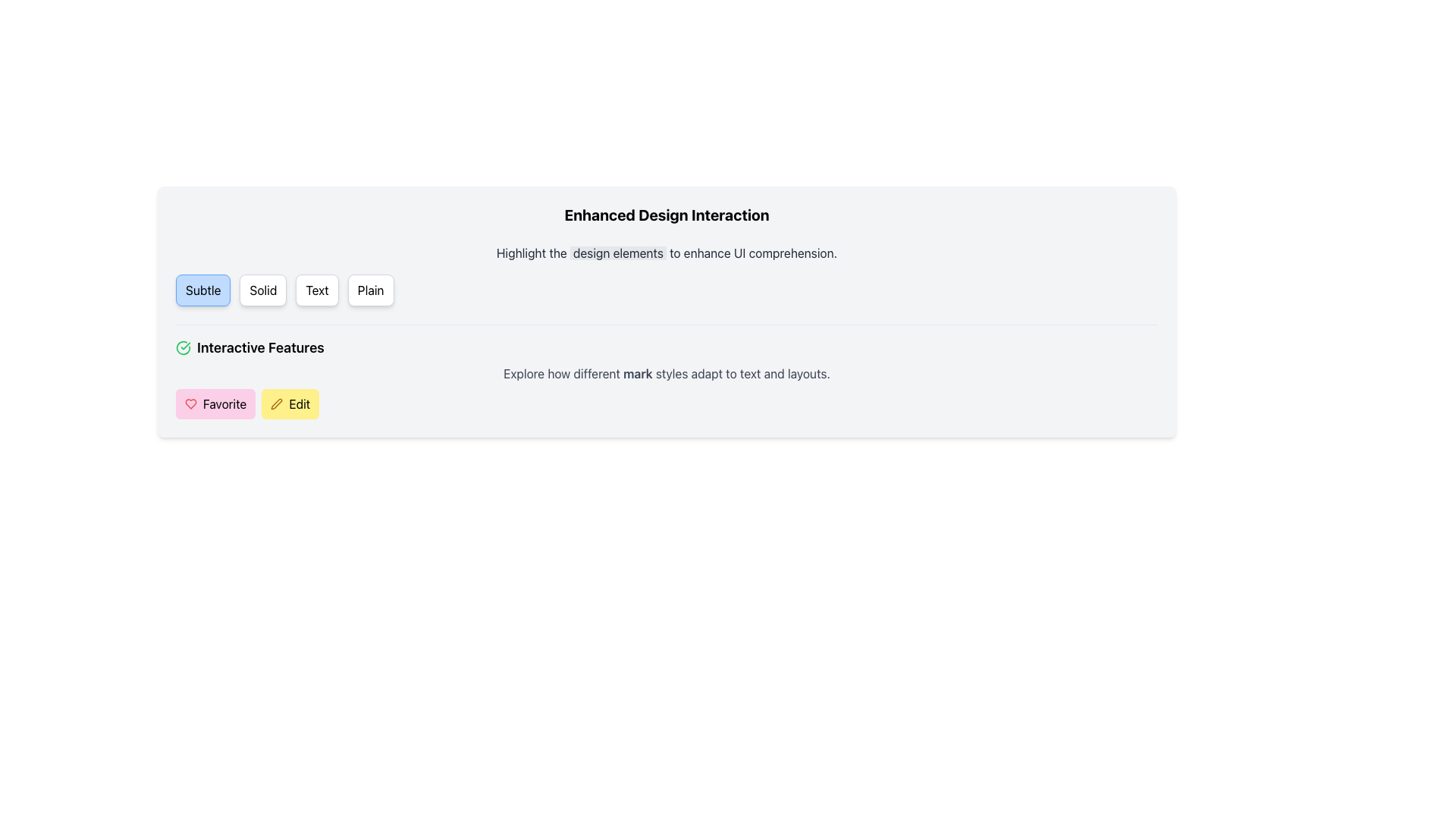  Describe the element at coordinates (277, 403) in the screenshot. I see `the pen icon styled with a yellow color inside the yellow 'Edit' button, which is positioned to the right of the 'Favorite' button` at that location.